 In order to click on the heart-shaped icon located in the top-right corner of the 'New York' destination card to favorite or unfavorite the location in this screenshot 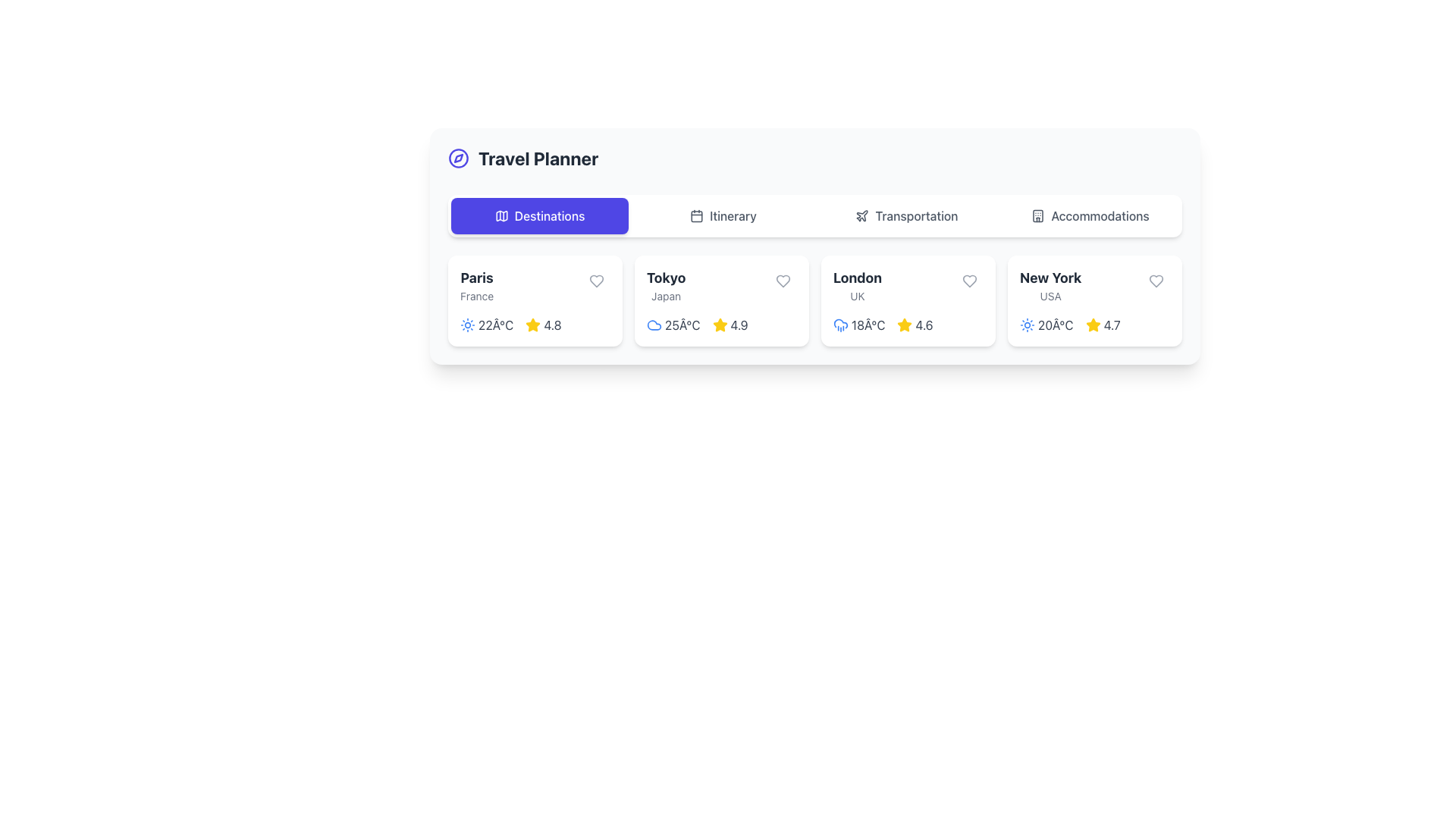, I will do `click(1156, 281)`.